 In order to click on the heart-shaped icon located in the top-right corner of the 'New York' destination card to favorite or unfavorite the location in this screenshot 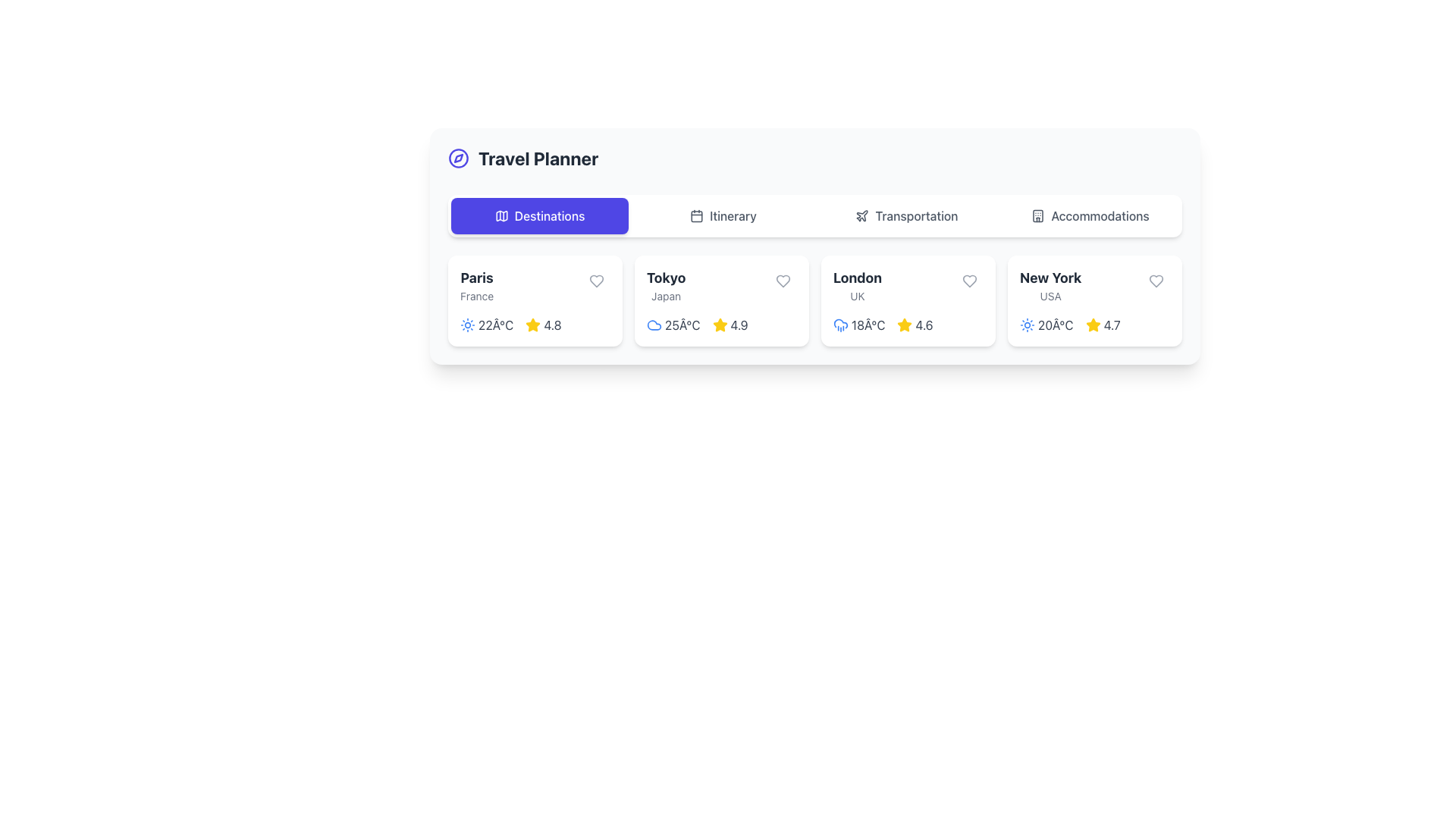, I will do `click(1156, 281)`.